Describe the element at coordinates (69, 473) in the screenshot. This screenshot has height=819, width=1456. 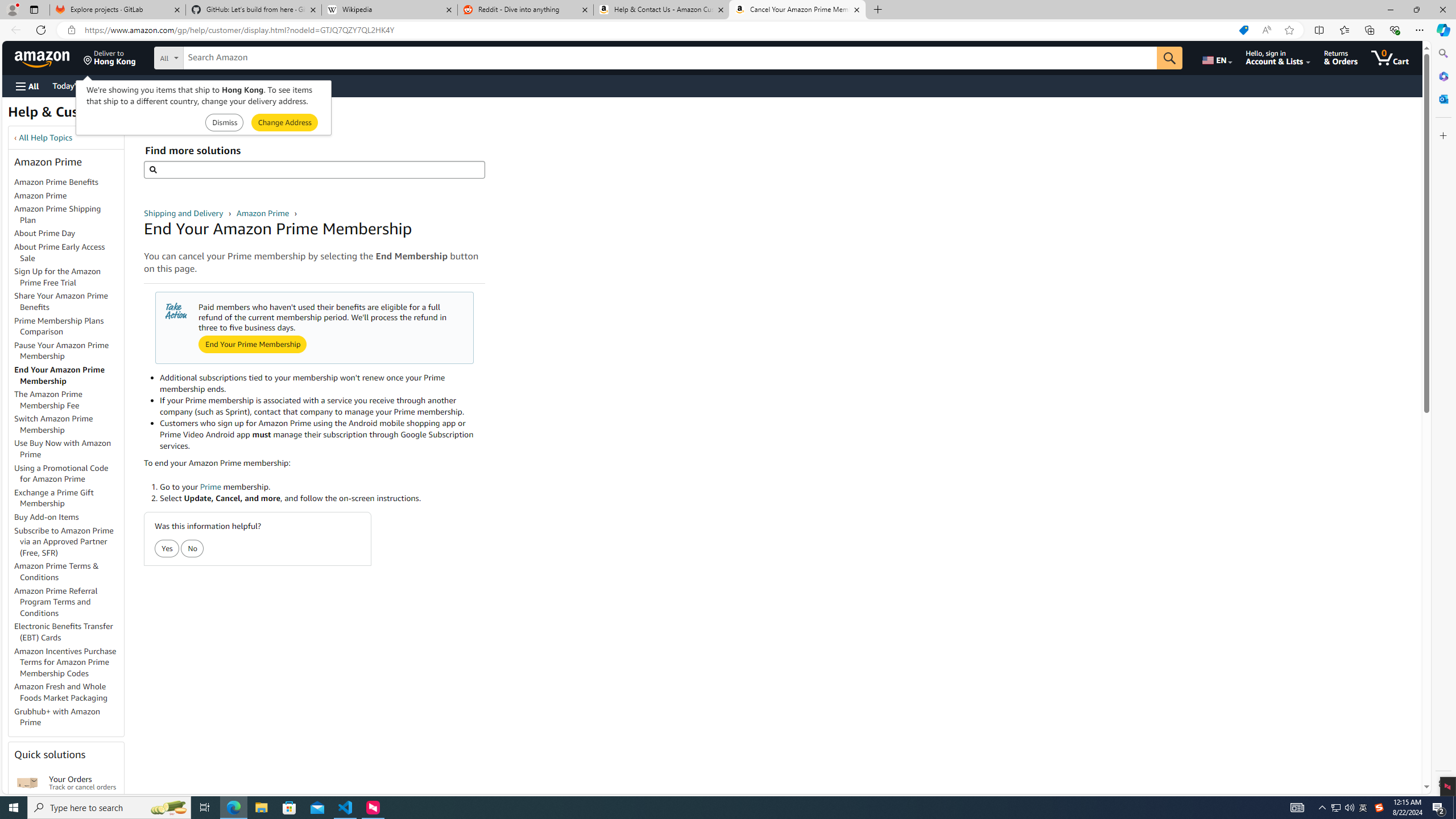
I see `'Using a Promotional Code for Amazon Prime'` at that location.